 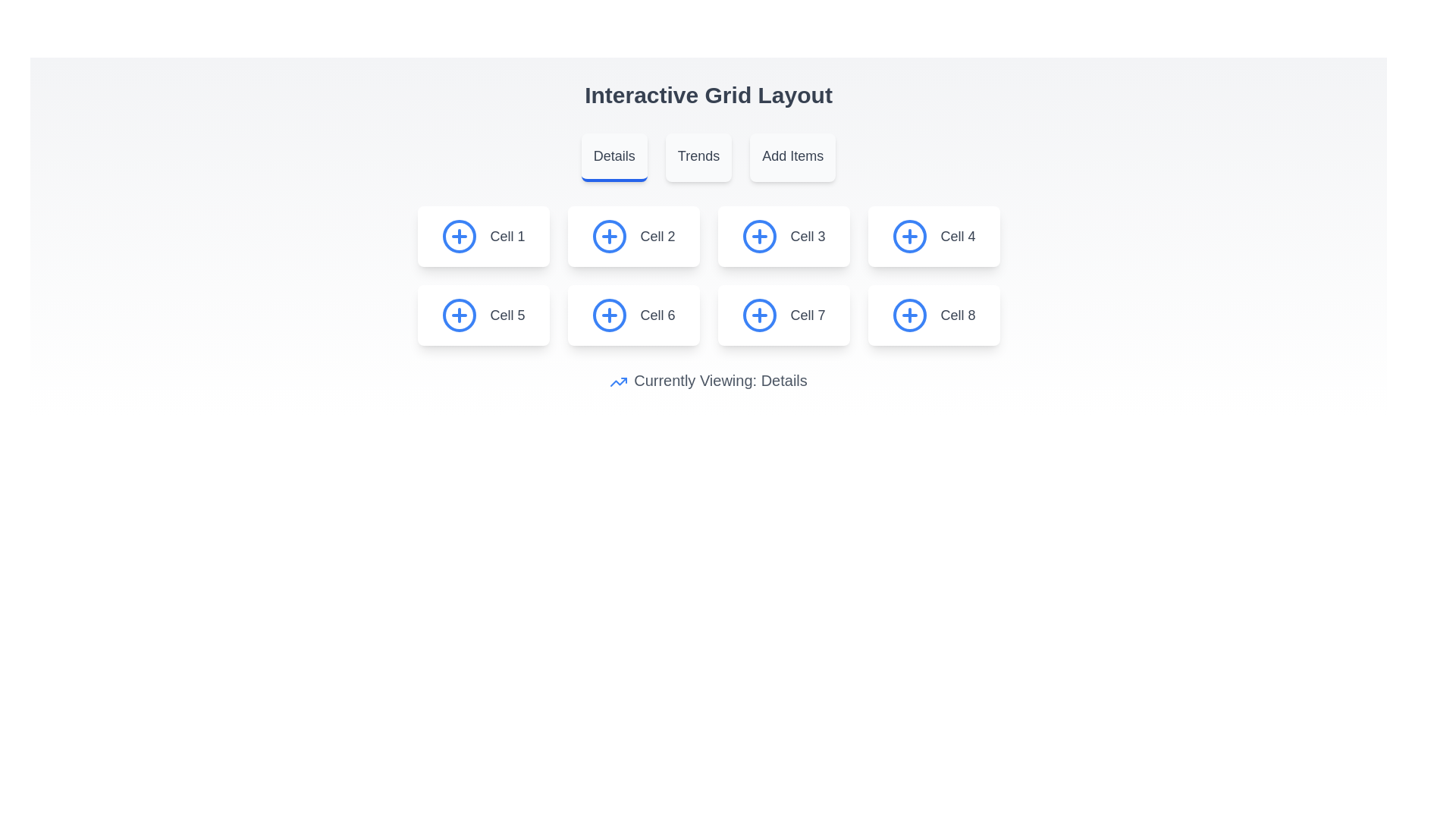 What do you see at coordinates (610, 237) in the screenshot?
I see `the SVG circle that represents the 'Add' functionality within the button labeled 'Cell 2'` at bounding box center [610, 237].